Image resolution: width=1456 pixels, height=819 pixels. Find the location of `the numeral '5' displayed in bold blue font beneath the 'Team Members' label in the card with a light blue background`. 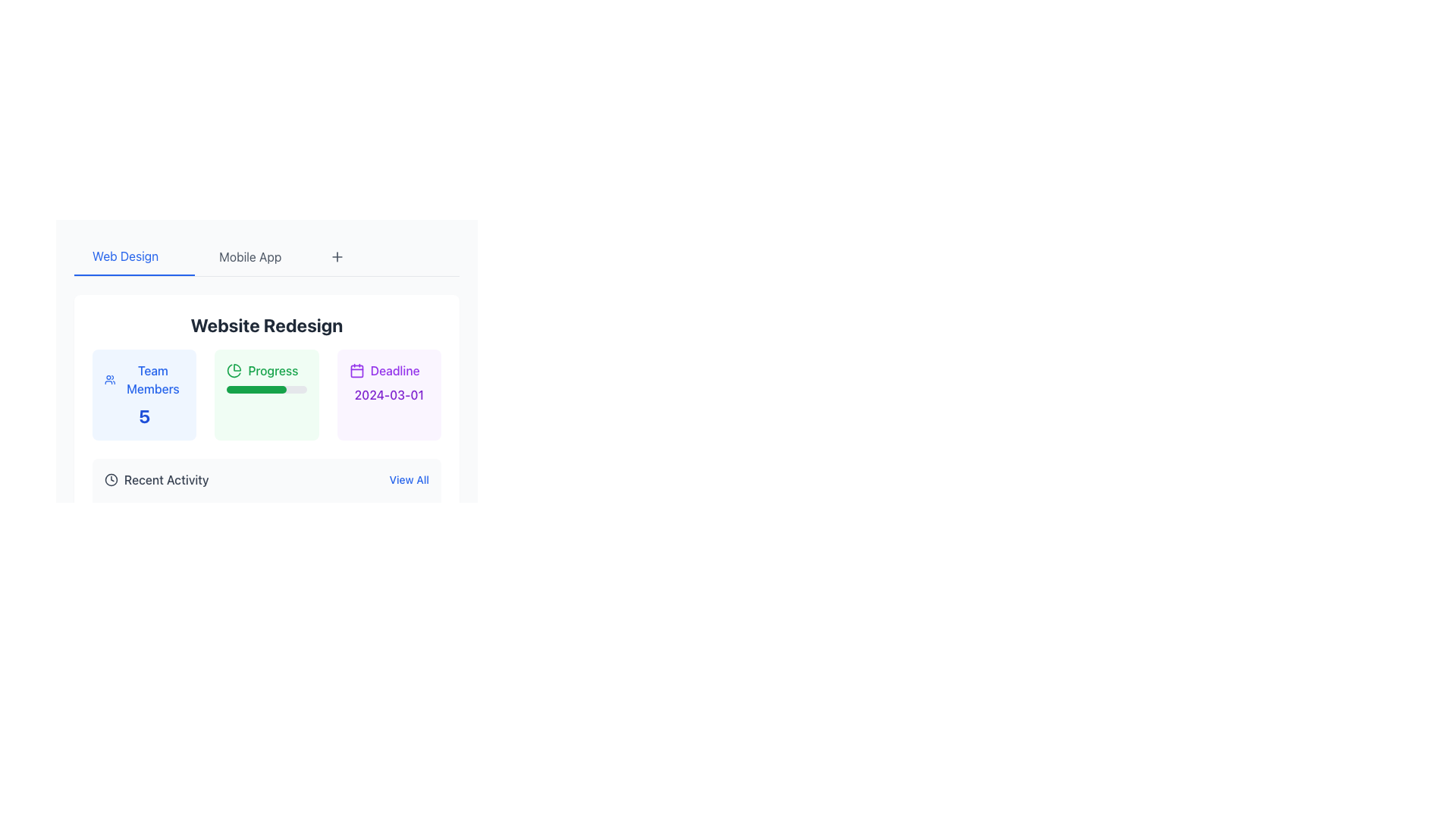

the numeral '5' displayed in bold blue font beneath the 'Team Members' label in the card with a light blue background is located at coordinates (144, 416).